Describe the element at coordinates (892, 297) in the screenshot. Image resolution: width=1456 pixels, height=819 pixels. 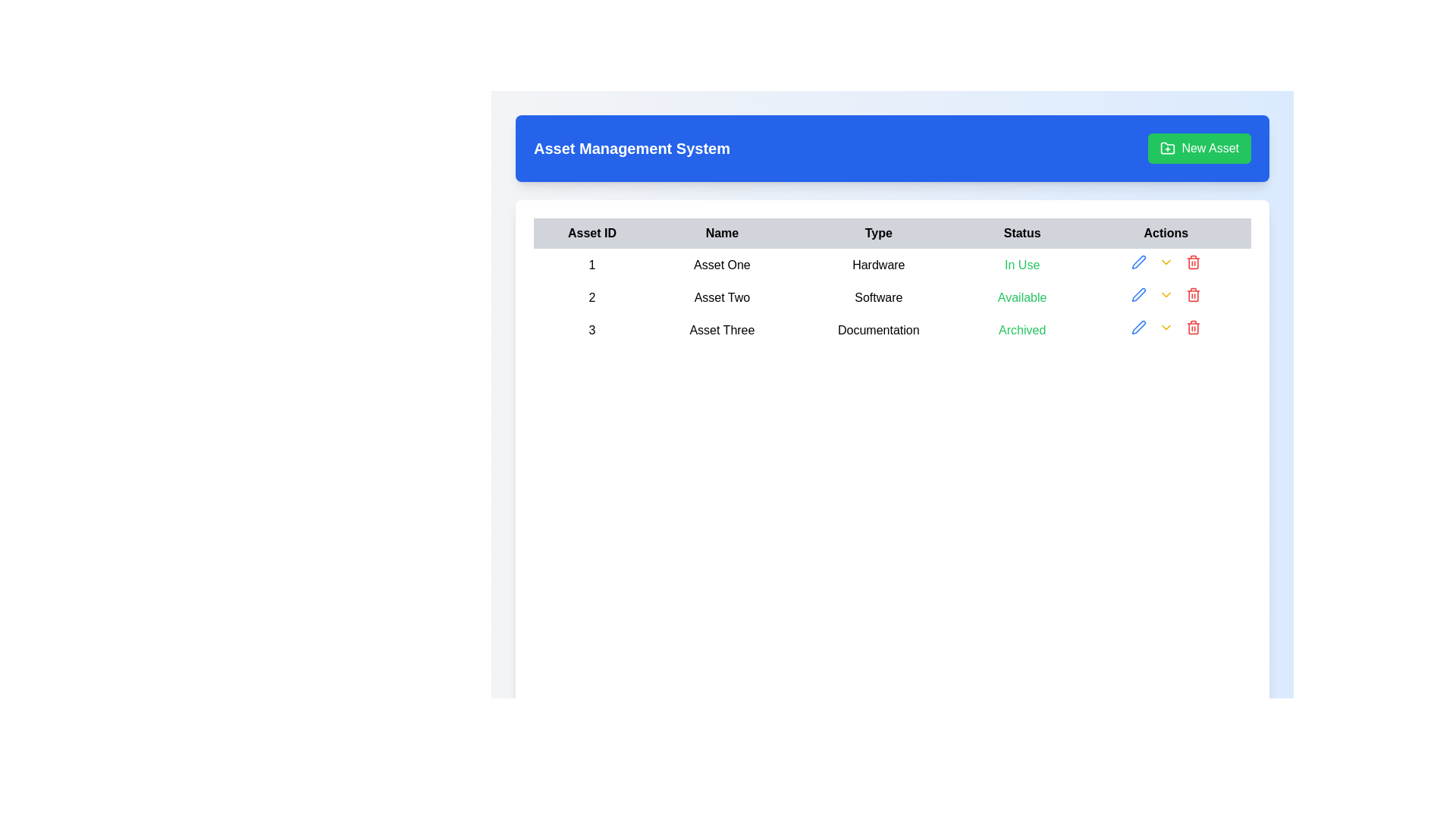
I see `the second row in the Asset Management System table that contains the identification '2', name 'Asset Two', type 'Software', and status 'Available'` at that location.